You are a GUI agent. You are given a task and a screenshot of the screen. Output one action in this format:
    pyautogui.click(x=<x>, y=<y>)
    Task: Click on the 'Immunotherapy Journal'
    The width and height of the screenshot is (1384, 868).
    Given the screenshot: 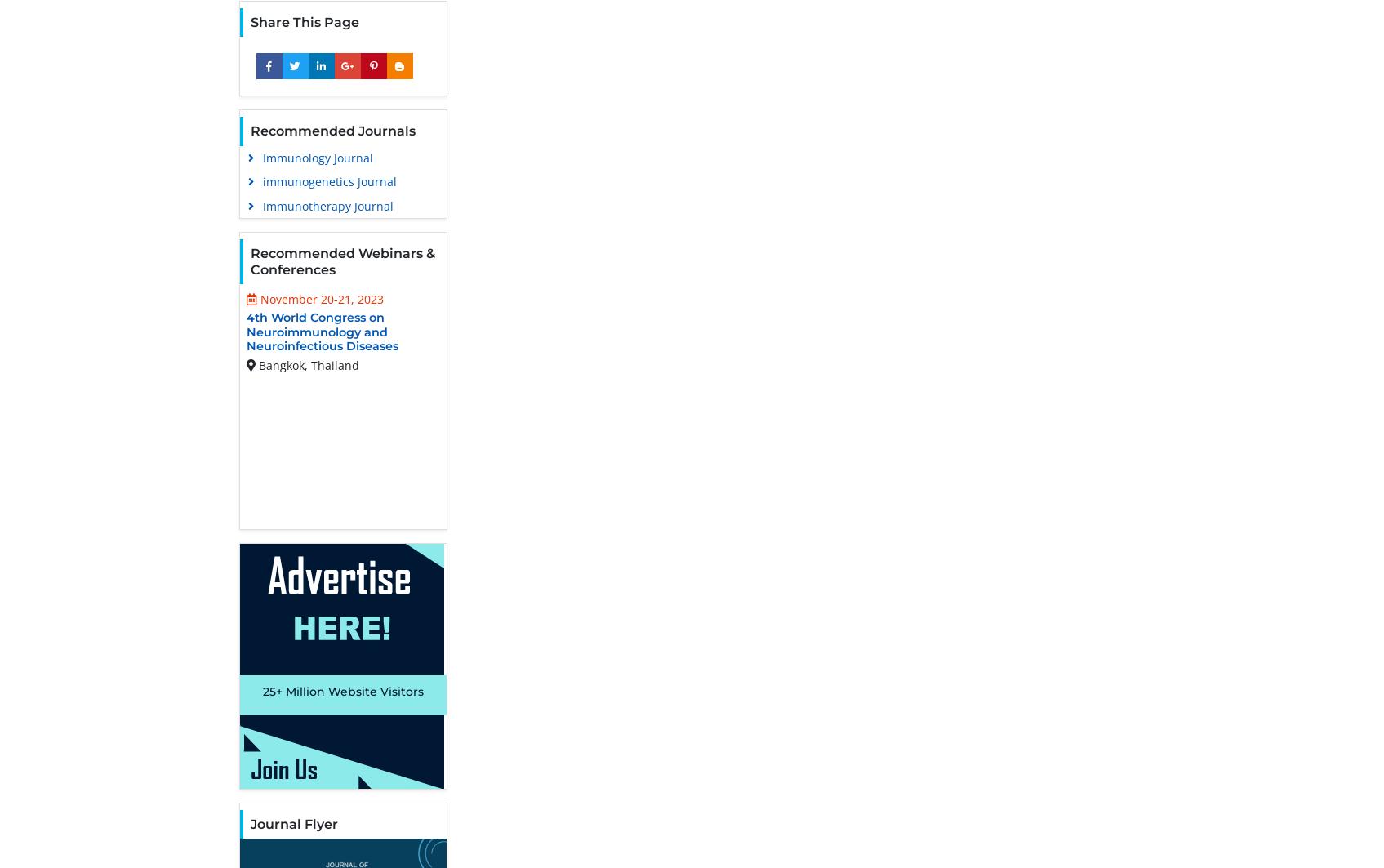 What is the action you would take?
    pyautogui.click(x=328, y=205)
    